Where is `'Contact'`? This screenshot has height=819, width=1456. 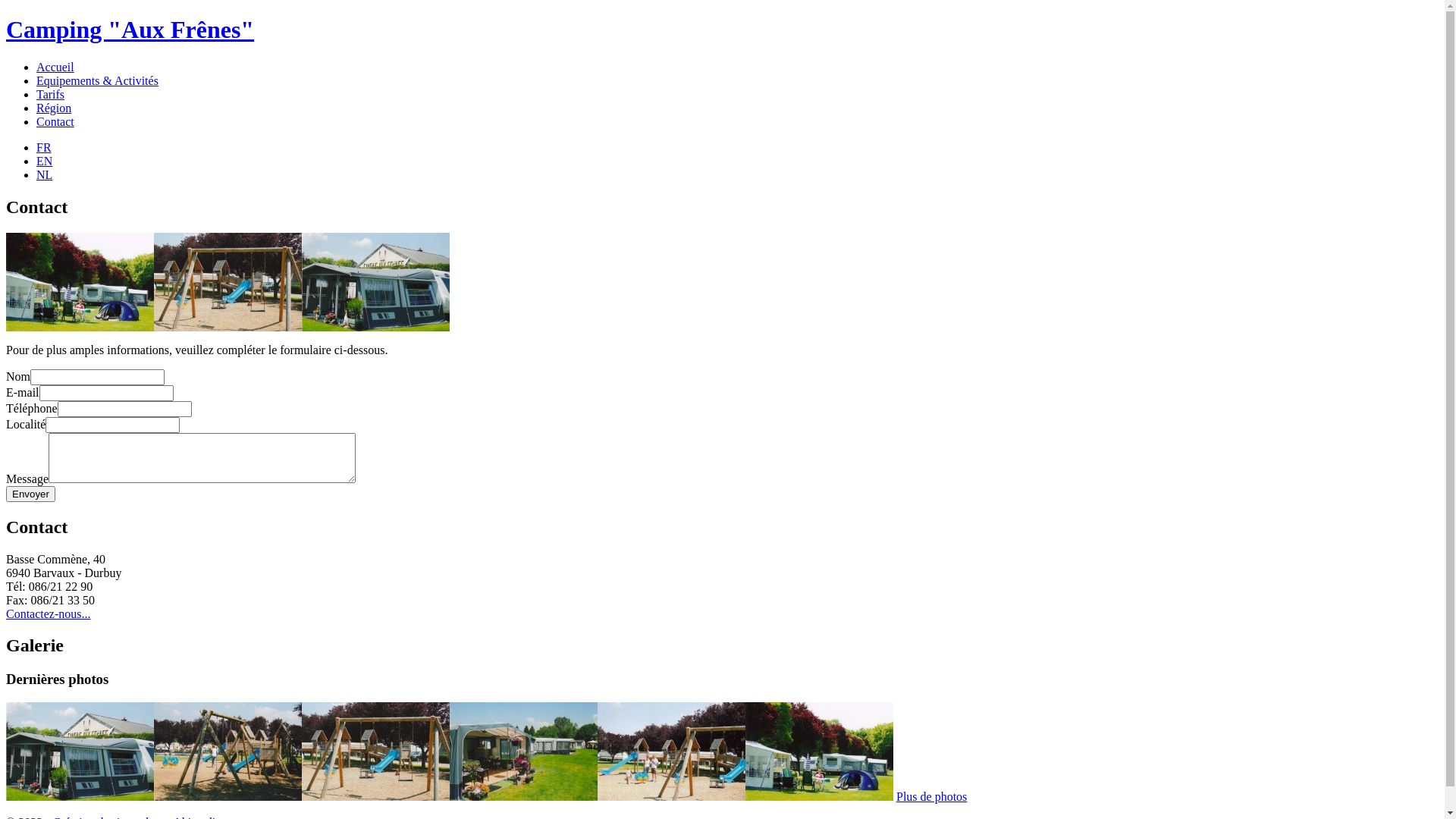 'Contact' is located at coordinates (55, 121).